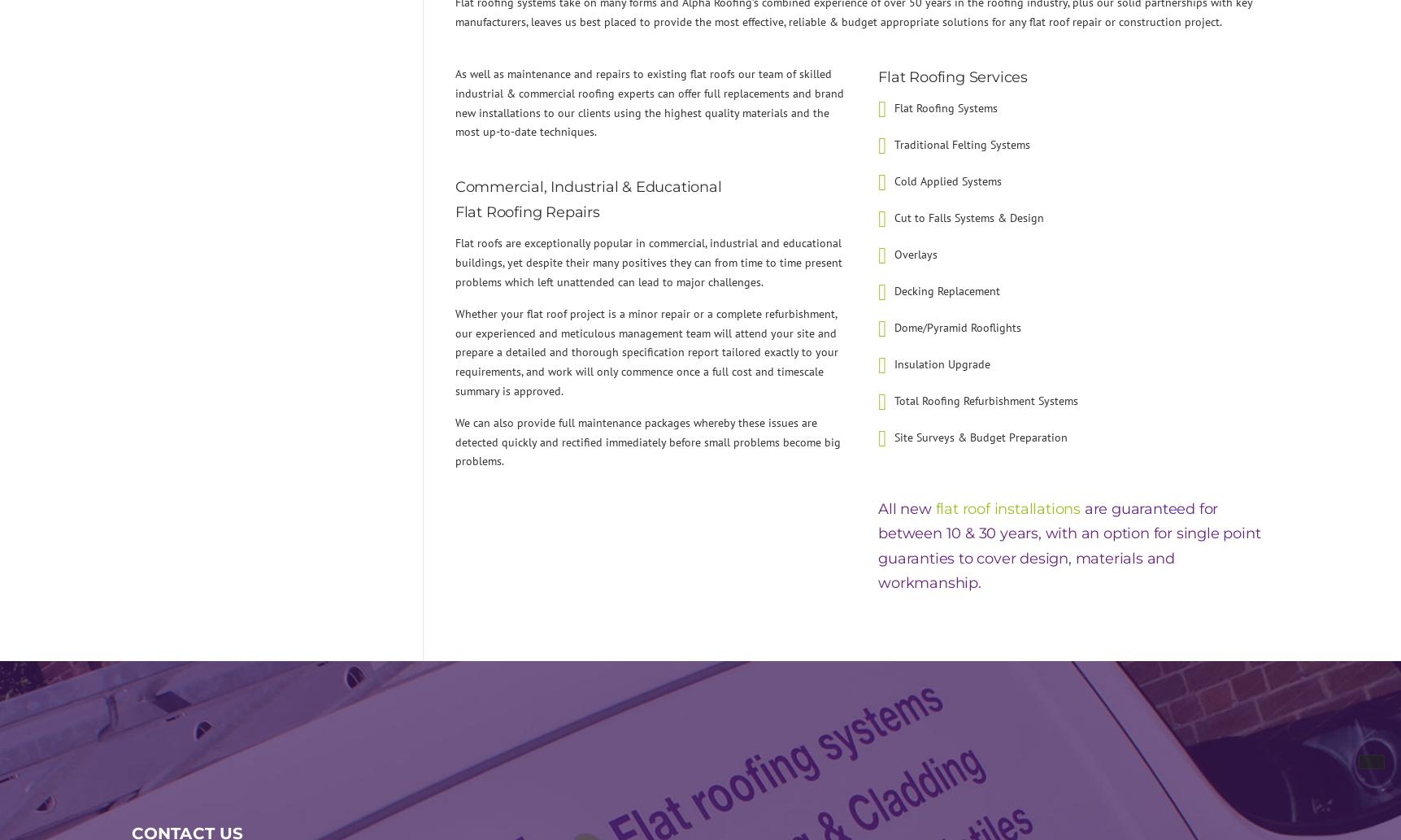 Image resolution: width=1401 pixels, height=840 pixels. What do you see at coordinates (648, 102) in the screenshot?
I see `'As well as maintenance and repairs to existing flat roofs our team of skilled industrial & commercial roofing experts can offer full replacements and brand new installations to our clients using the highest quality materials and the most up-to-date techniques.'` at bounding box center [648, 102].